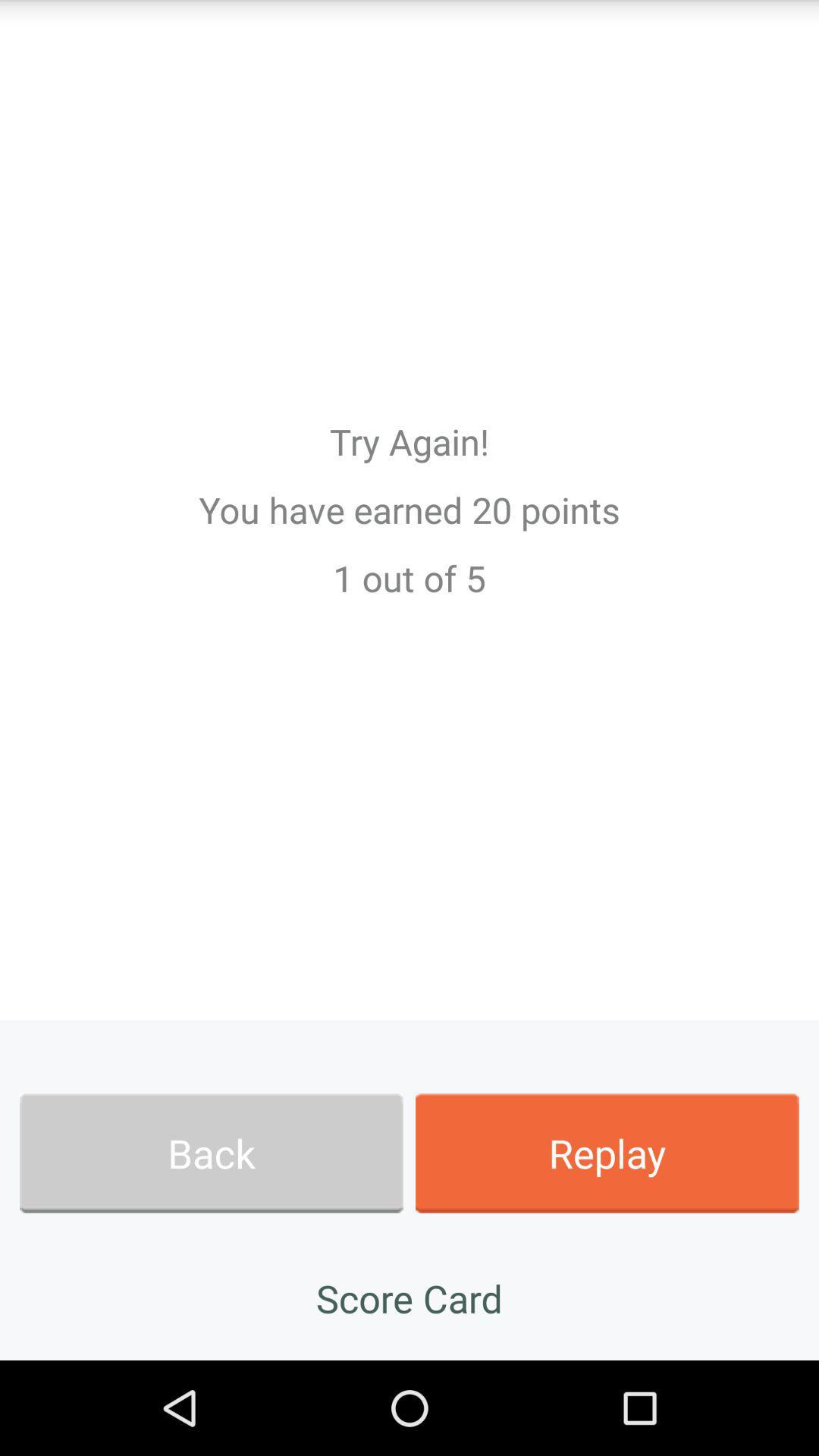 The image size is (819, 1456). Describe the element at coordinates (211, 1153) in the screenshot. I see `the icon below 1 out of icon` at that location.